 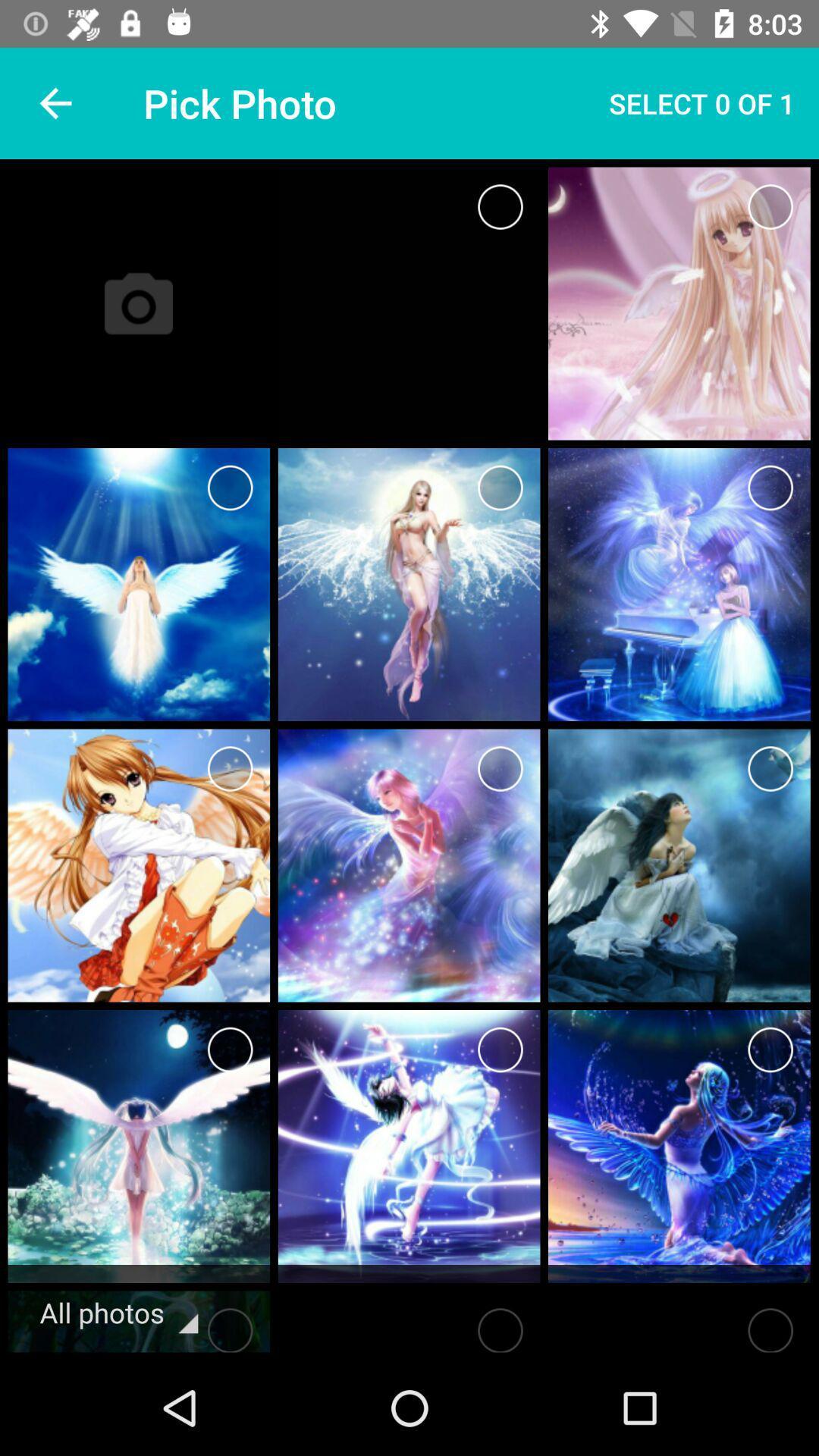 I want to click on check picture, so click(x=230, y=1049).